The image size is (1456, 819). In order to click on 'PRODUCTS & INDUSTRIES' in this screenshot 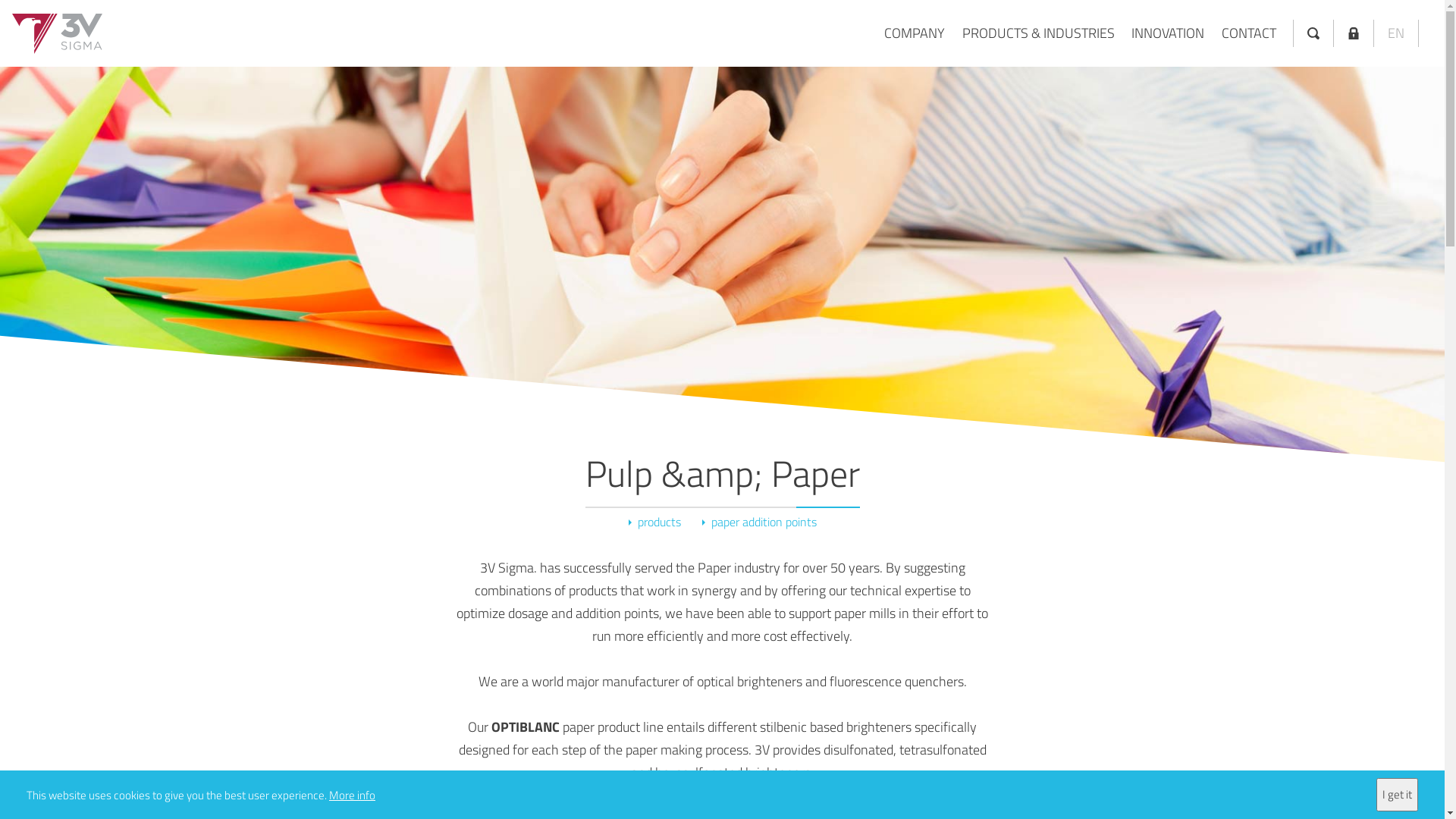, I will do `click(1037, 33)`.